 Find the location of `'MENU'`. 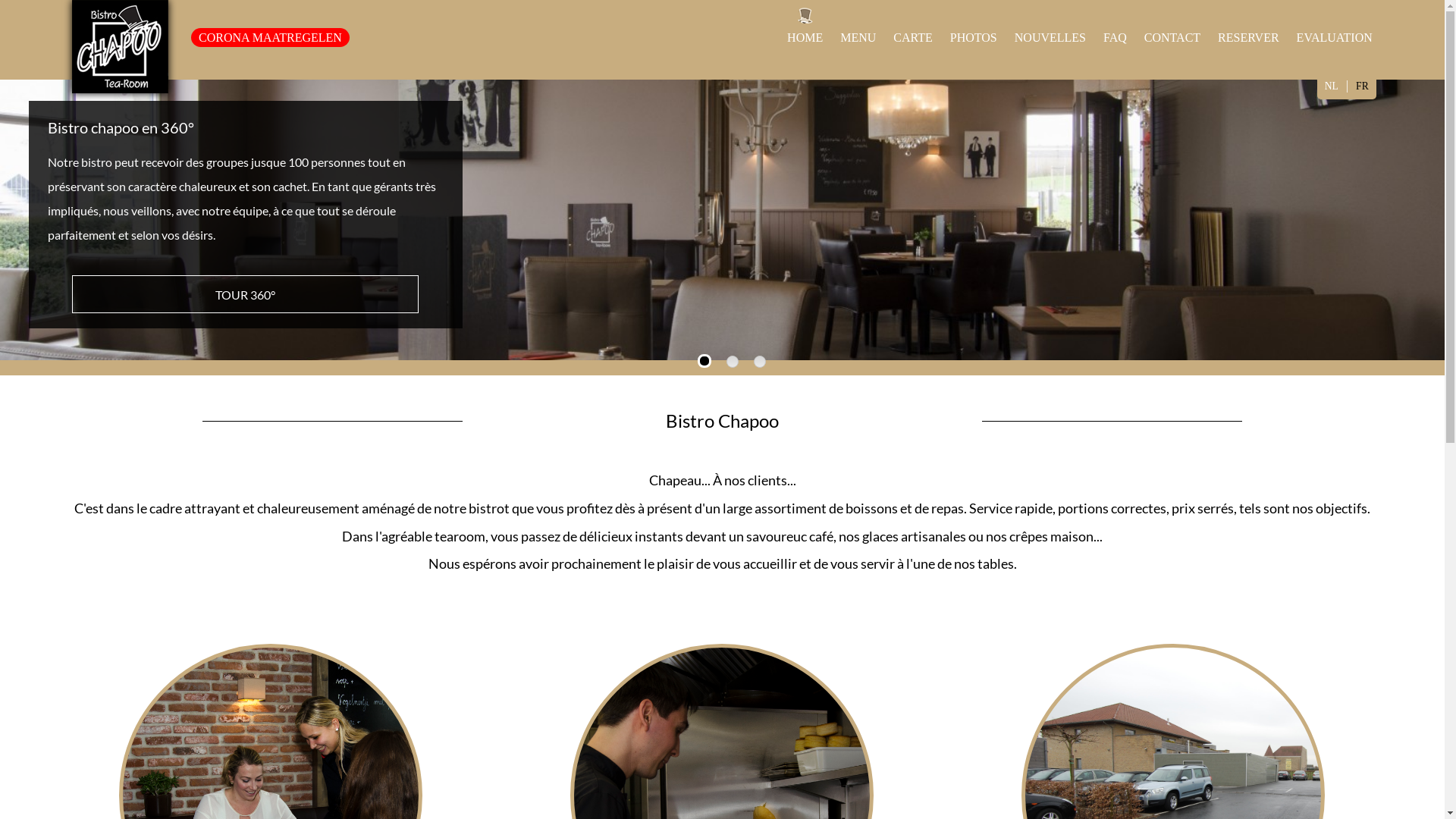

'MENU' is located at coordinates (858, 36).